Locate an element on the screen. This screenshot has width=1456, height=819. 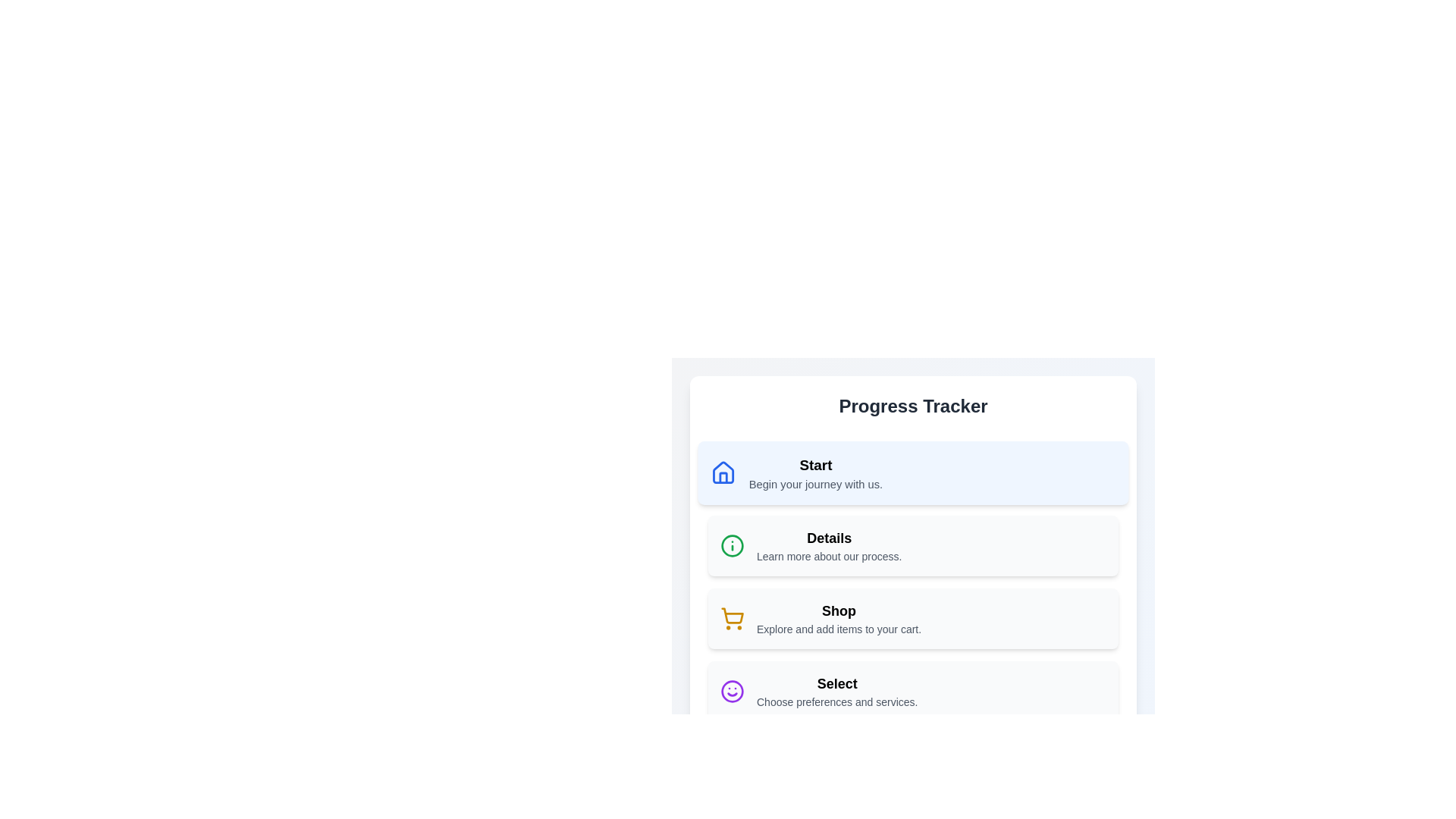
the first static informational card in the 'Progress Tracker' interface, which has a light blue background and serves as a navigational element is located at coordinates (912, 472).